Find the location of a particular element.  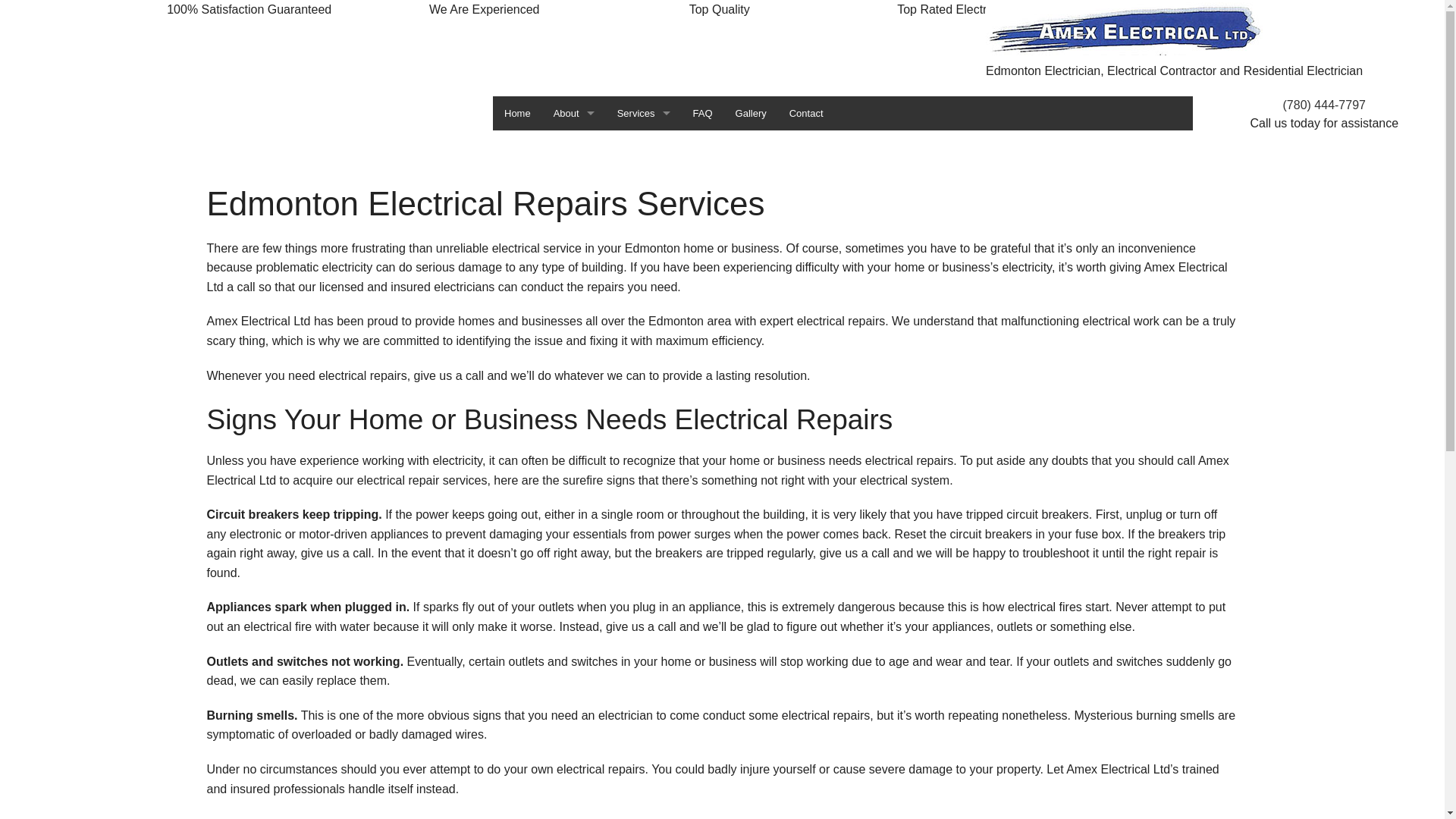

'Testimonials' is located at coordinates (573, 180).